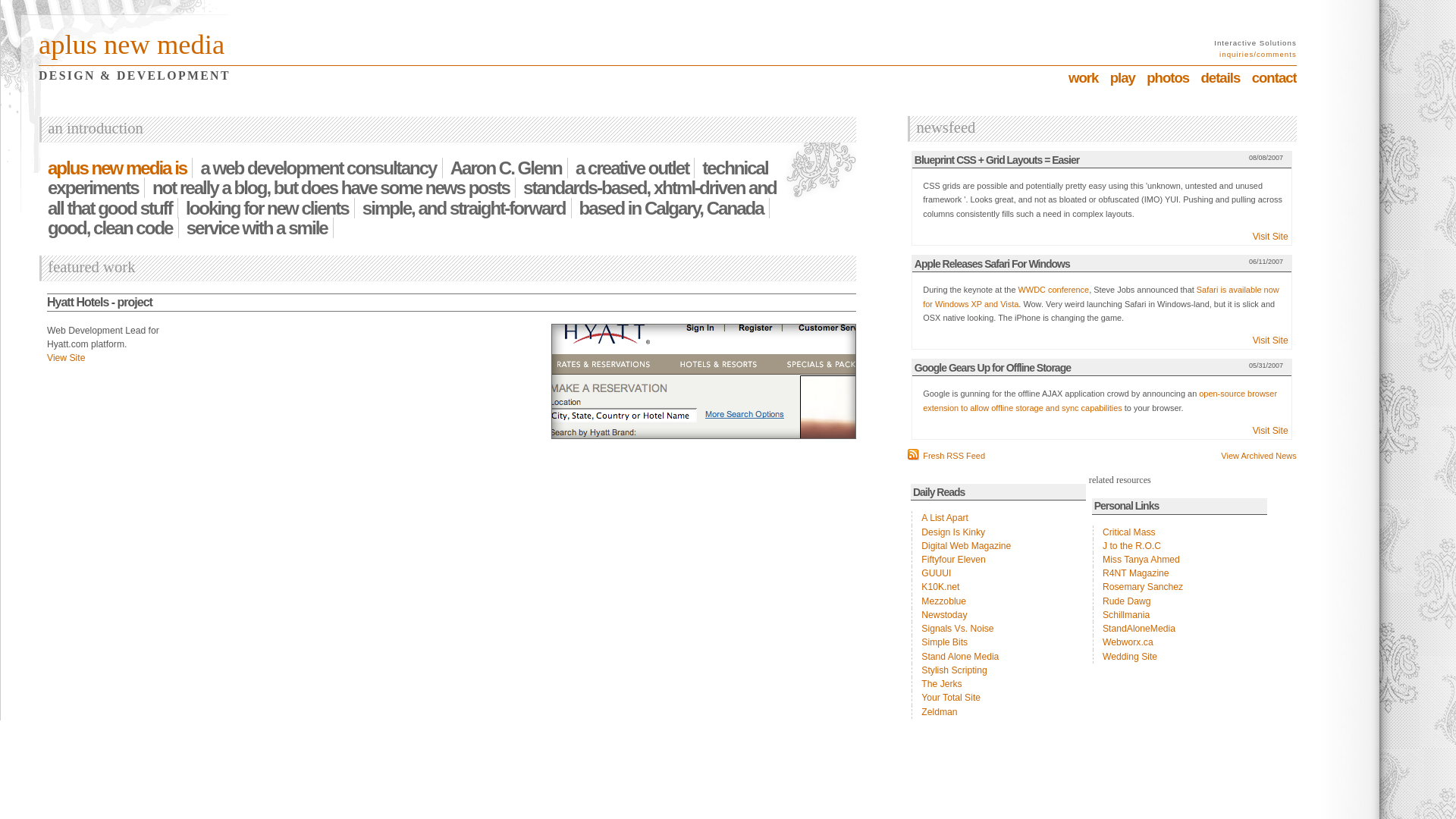 Image resolution: width=1456 pixels, height=819 pixels. What do you see at coordinates (1178, 559) in the screenshot?
I see `'Miss Tanya Ahmed'` at bounding box center [1178, 559].